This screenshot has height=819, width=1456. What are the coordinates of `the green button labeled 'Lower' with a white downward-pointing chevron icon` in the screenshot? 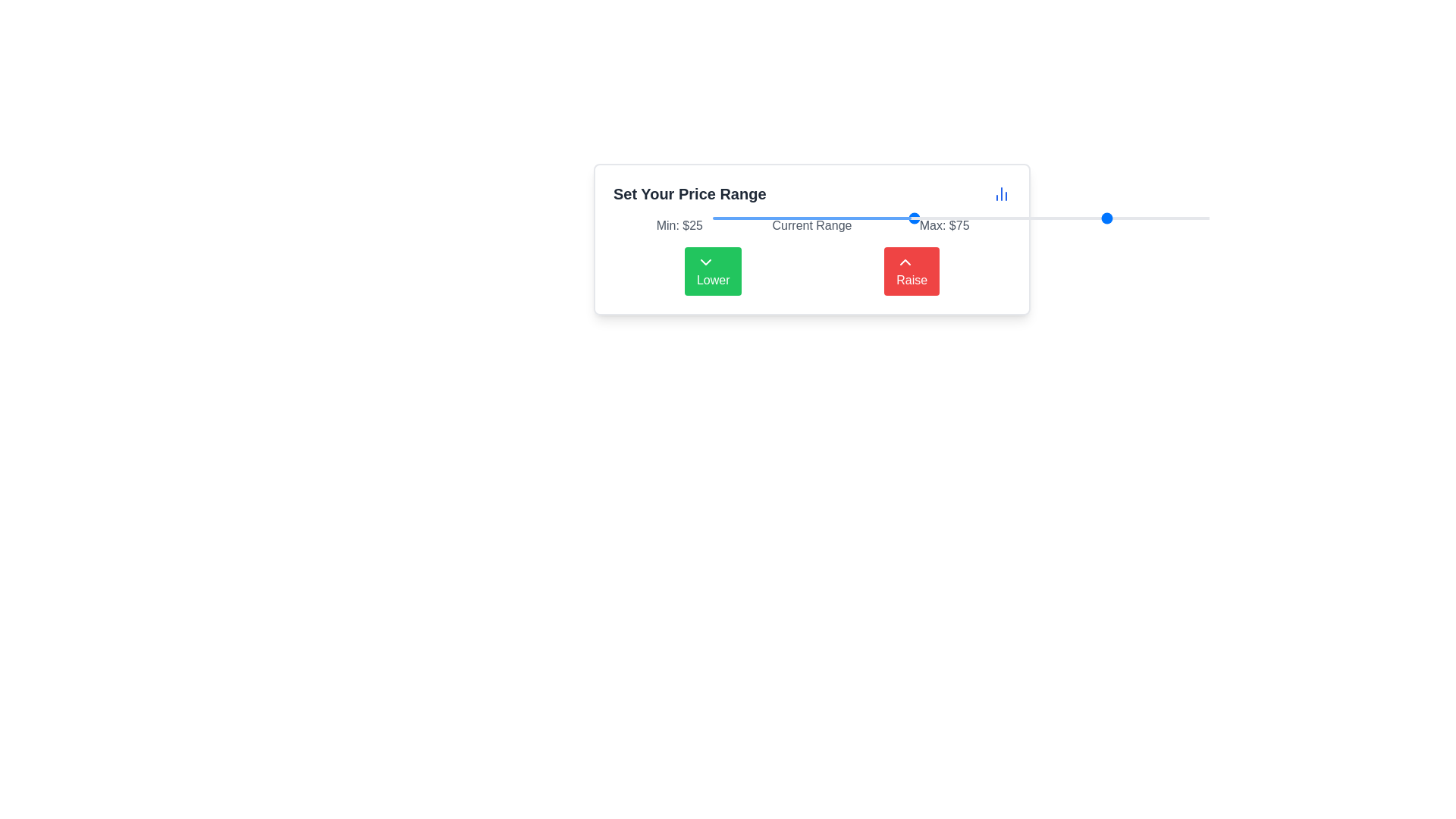 It's located at (712, 271).